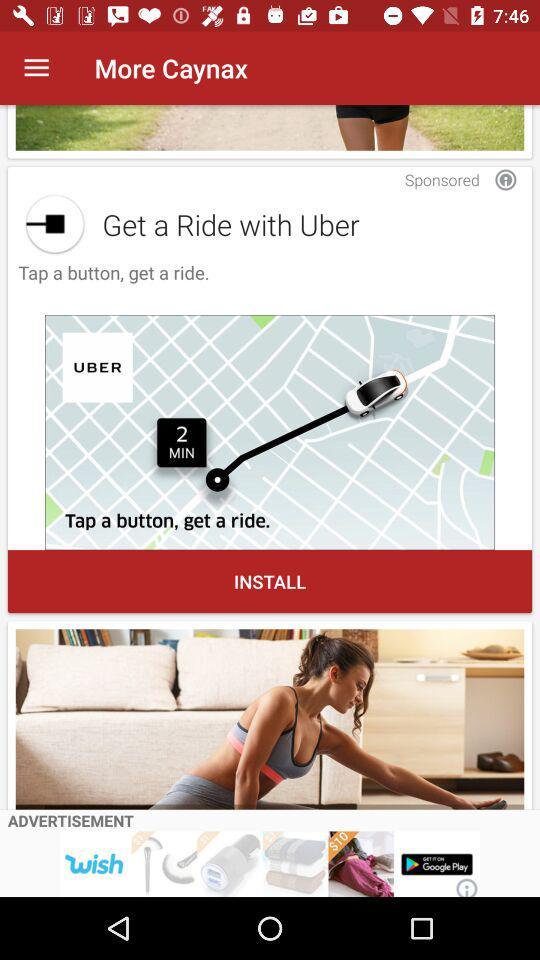 The width and height of the screenshot is (540, 960). Describe the element at coordinates (270, 432) in the screenshot. I see `find transportation route` at that location.